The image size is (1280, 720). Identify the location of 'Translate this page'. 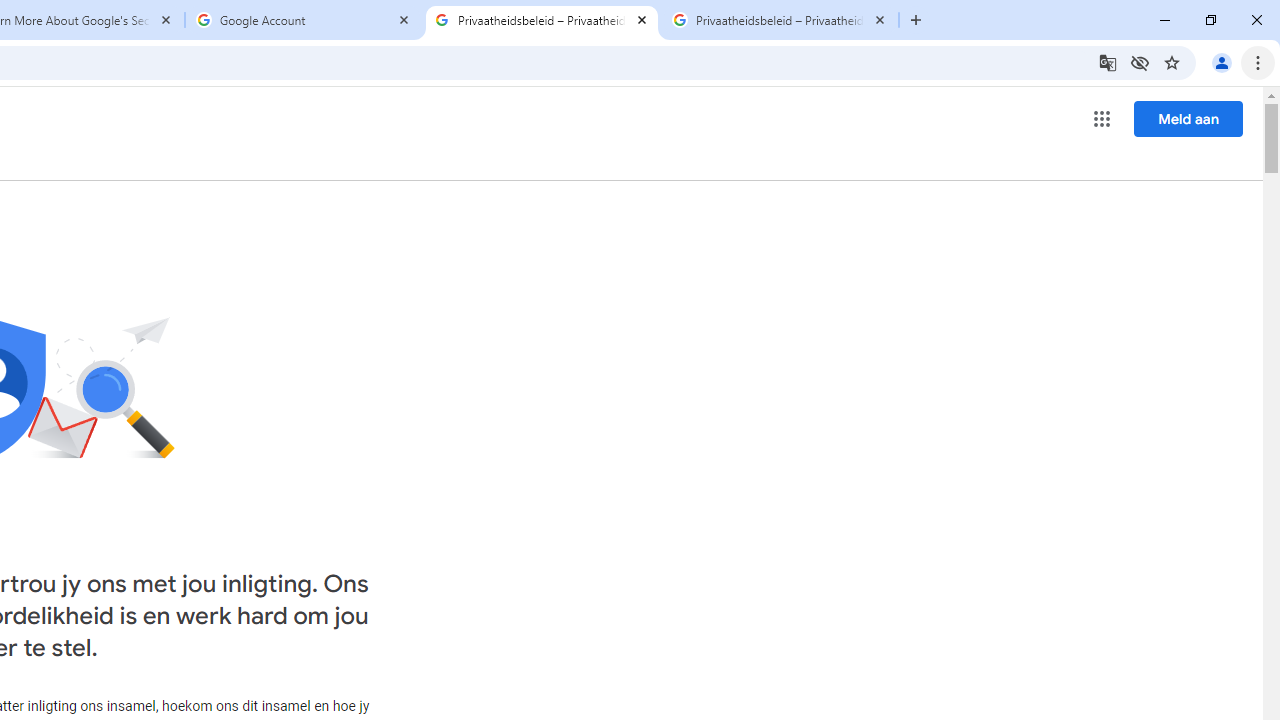
(1106, 61).